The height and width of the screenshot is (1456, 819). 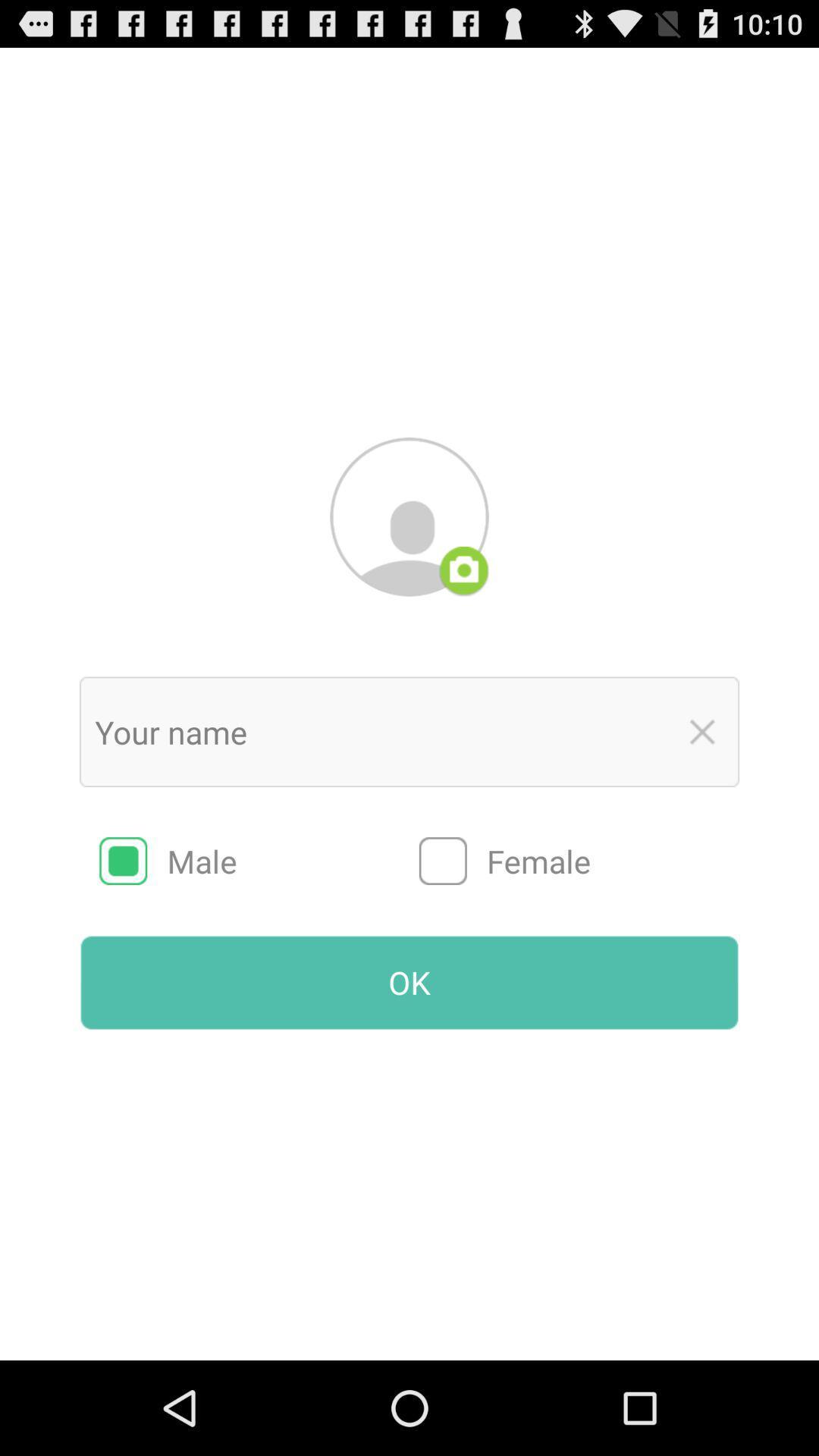 What do you see at coordinates (463, 570) in the screenshot?
I see `take photo` at bounding box center [463, 570].